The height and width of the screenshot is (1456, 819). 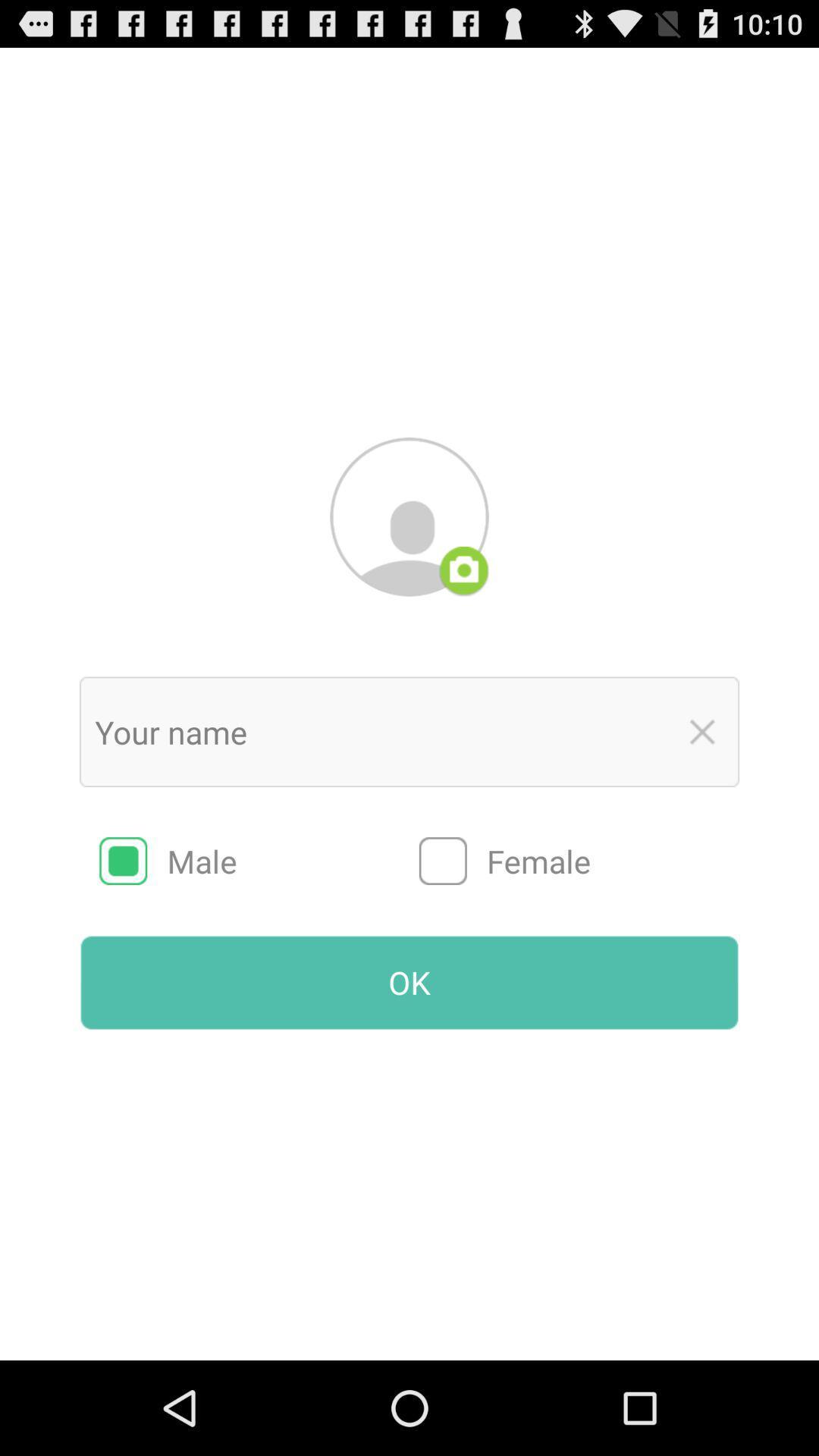 What do you see at coordinates (463, 570) in the screenshot?
I see `take photo` at bounding box center [463, 570].